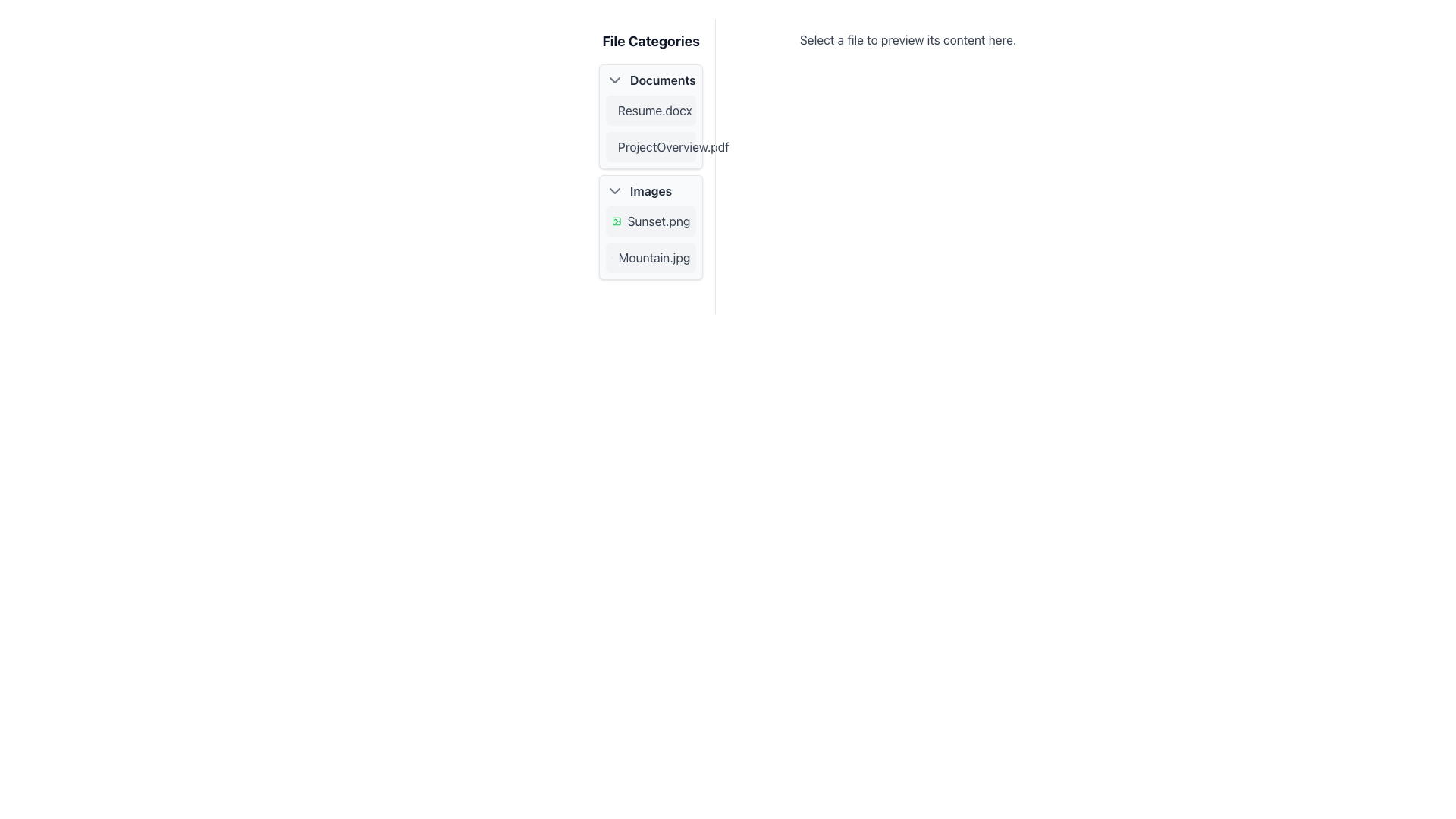  Describe the element at coordinates (658, 221) in the screenshot. I see `the text label reading 'Sunset.png' in the sidebar file explorer under the 'Images' category` at that location.